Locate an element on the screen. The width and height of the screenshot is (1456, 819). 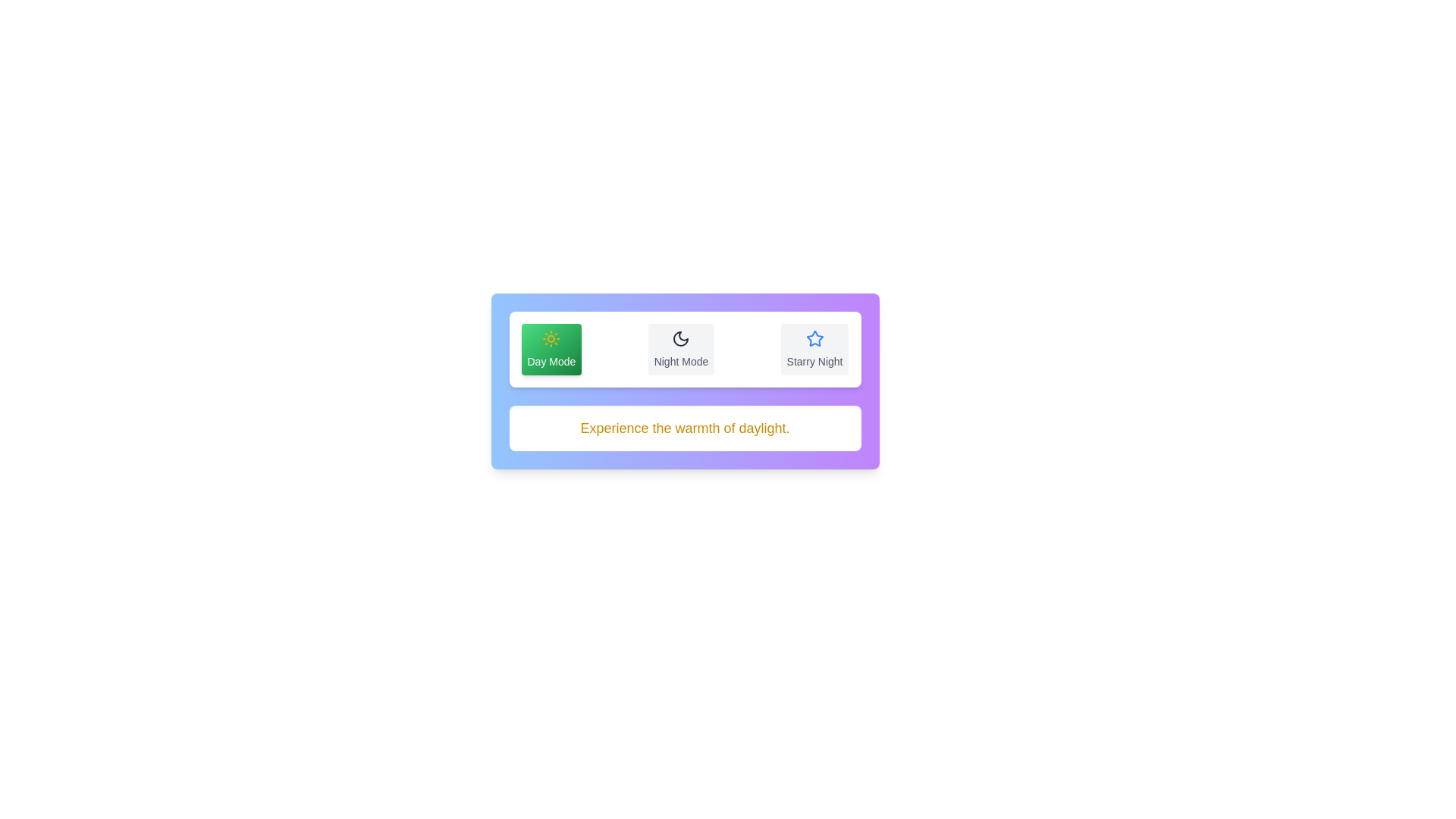
the 'Starry Night' button, which is a light gray button with a blue star icon is located at coordinates (814, 350).